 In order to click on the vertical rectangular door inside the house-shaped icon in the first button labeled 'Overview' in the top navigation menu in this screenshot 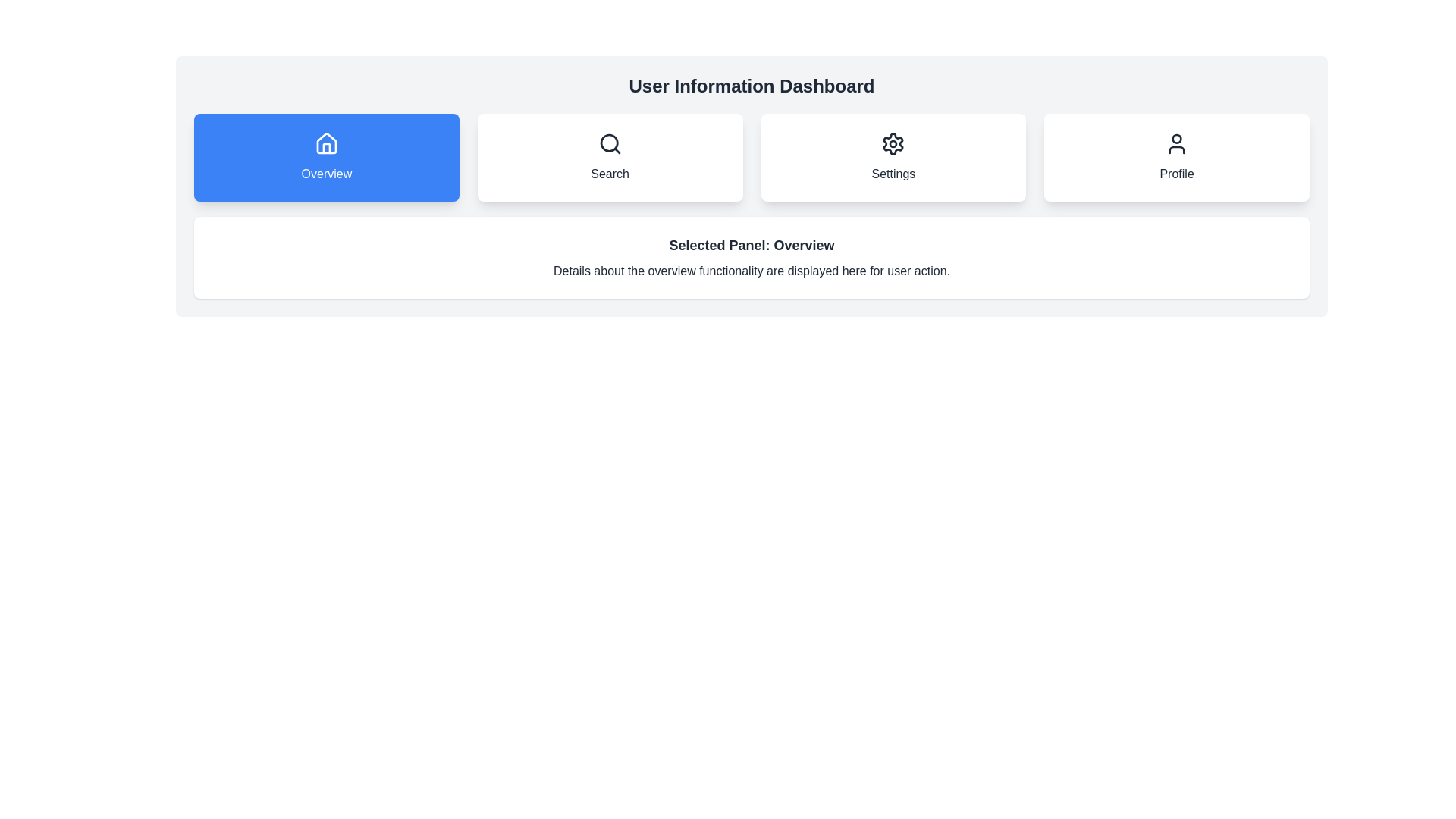, I will do `click(325, 149)`.